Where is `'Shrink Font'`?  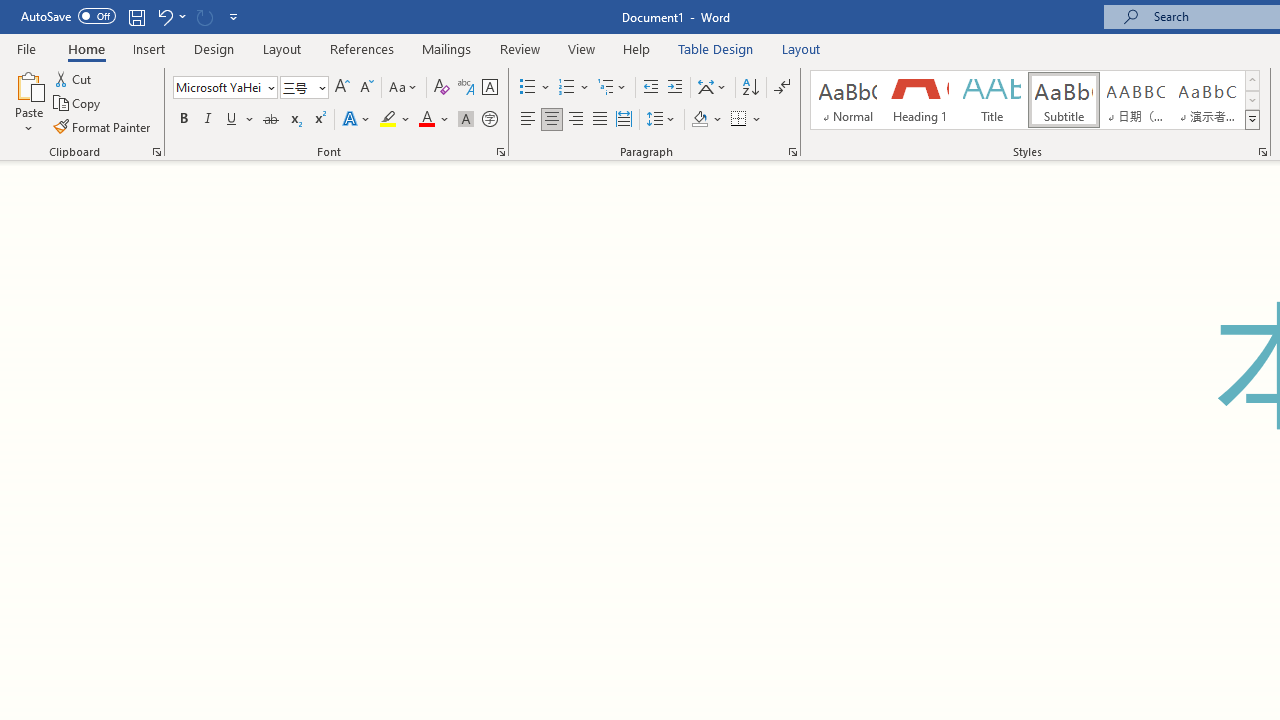
'Shrink Font' is located at coordinates (366, 86).